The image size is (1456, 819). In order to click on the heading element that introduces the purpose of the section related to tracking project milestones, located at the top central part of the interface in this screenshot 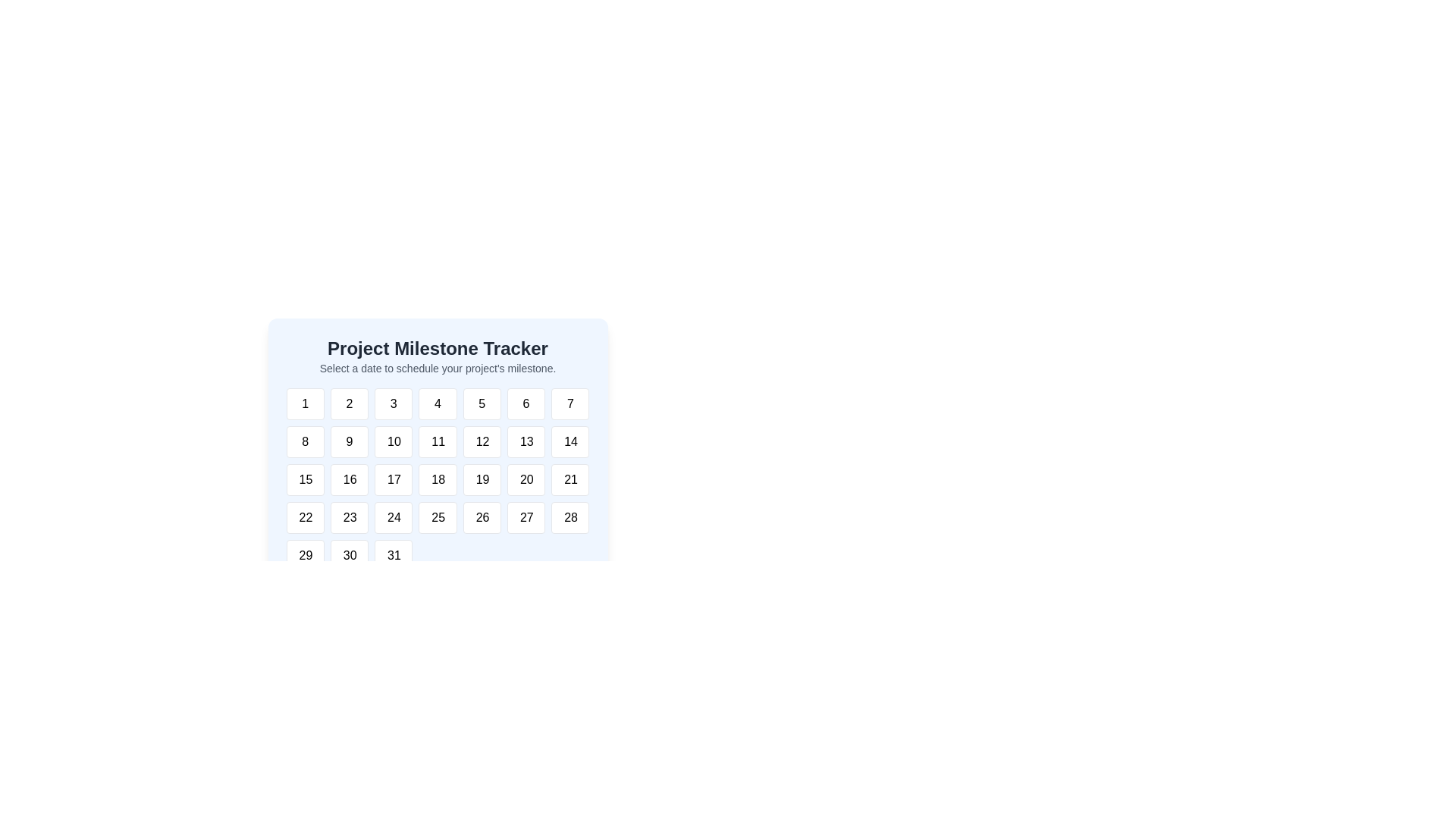, I will do `click(437, 348)`.